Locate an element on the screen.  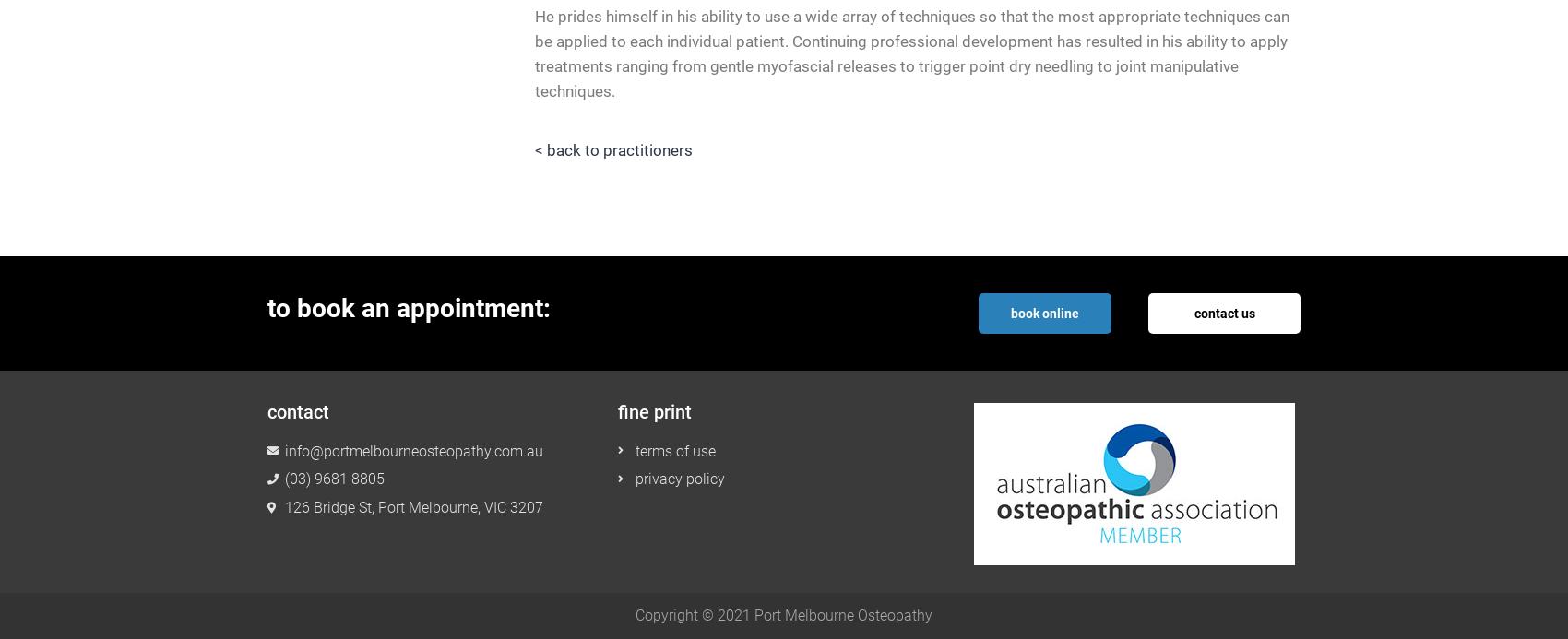
'terms of use' is located at coordinates (674, 449).